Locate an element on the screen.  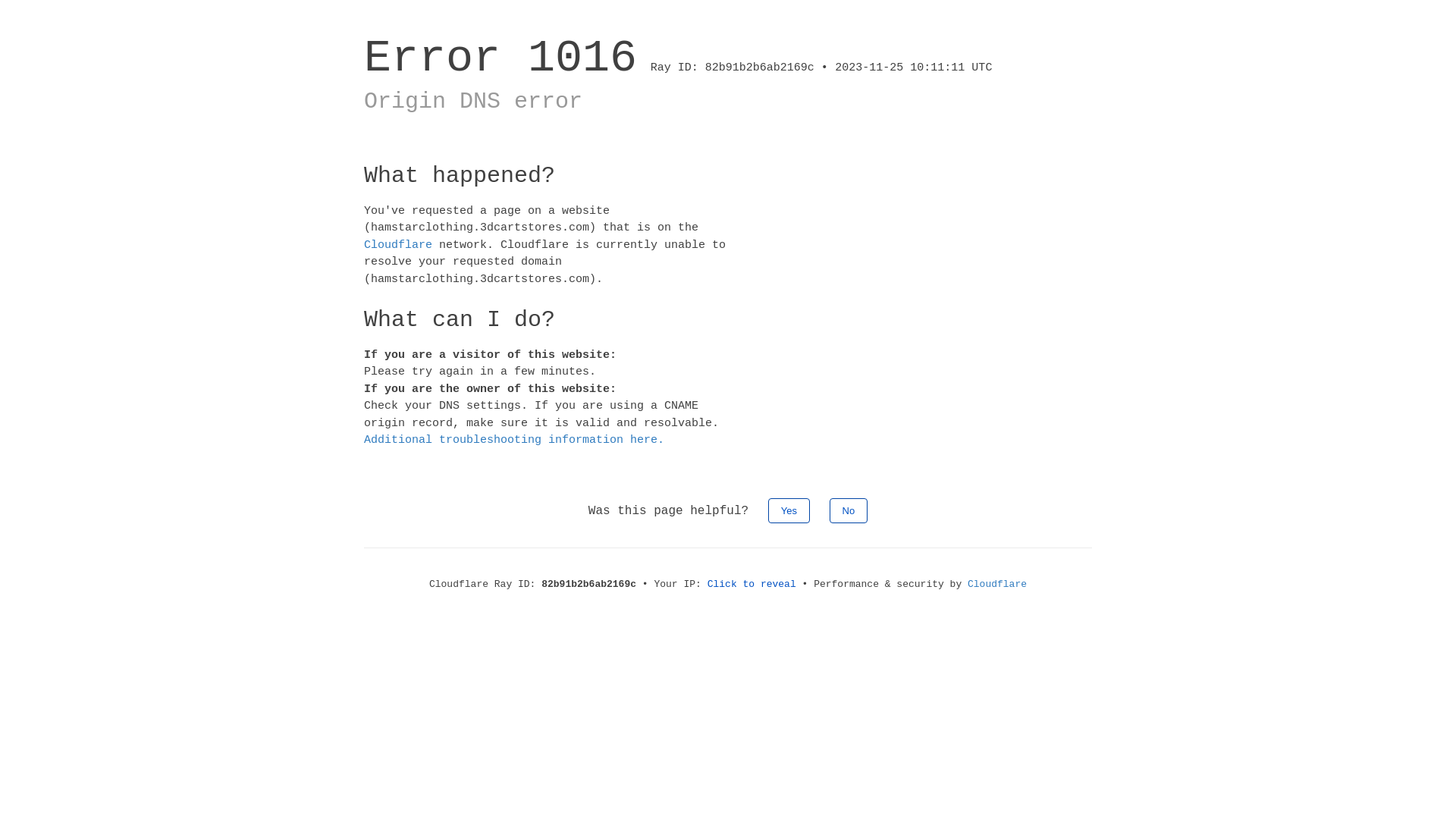
'Additional troubleshooting information here.' is located at coordinates (364, 440).